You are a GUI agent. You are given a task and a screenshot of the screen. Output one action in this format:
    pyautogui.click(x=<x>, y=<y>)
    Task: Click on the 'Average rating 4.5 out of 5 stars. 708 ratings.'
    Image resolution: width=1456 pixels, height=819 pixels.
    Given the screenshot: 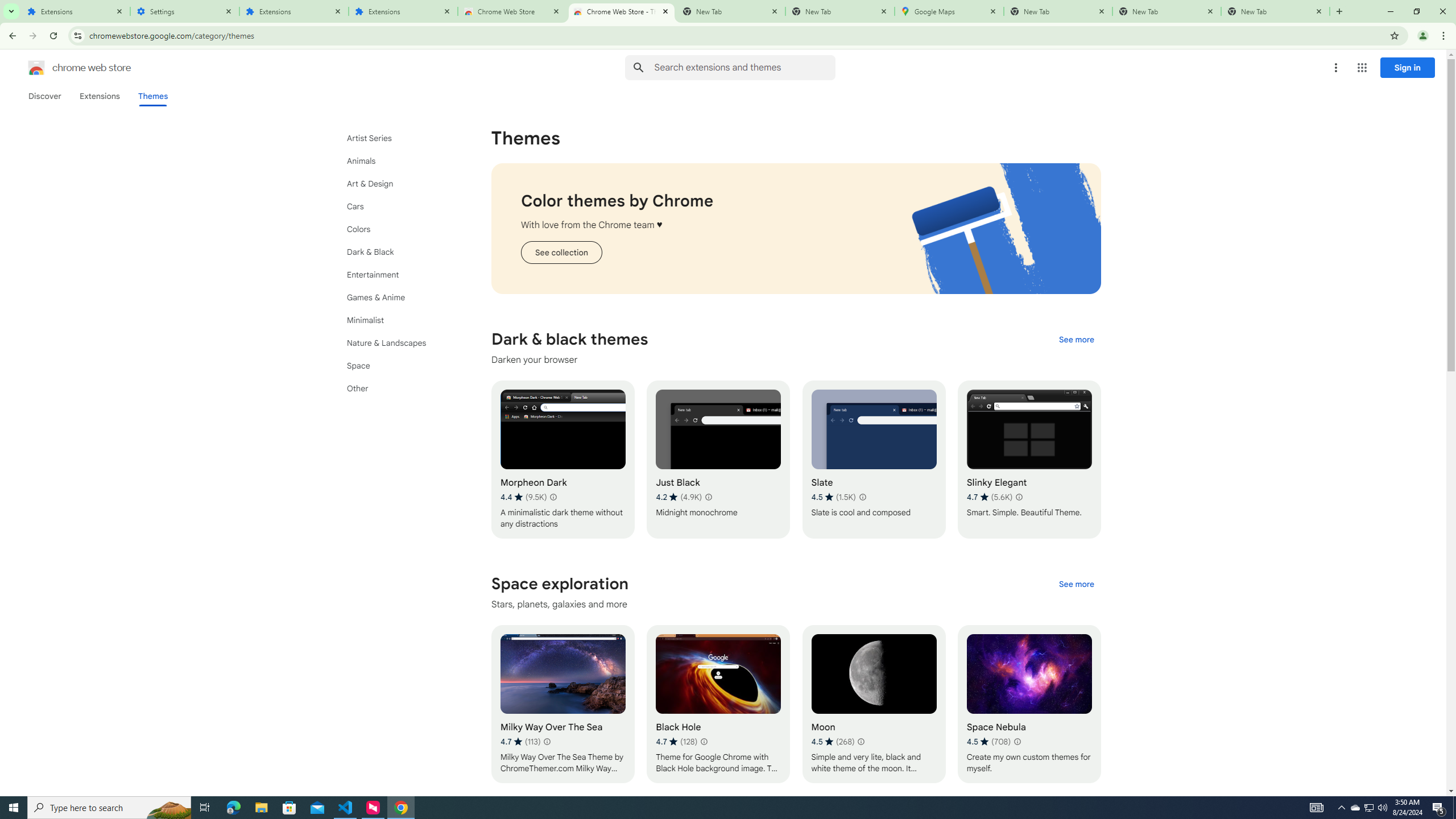 What is the action you would take?
    pyautogui.click(x=988, y=741)
    